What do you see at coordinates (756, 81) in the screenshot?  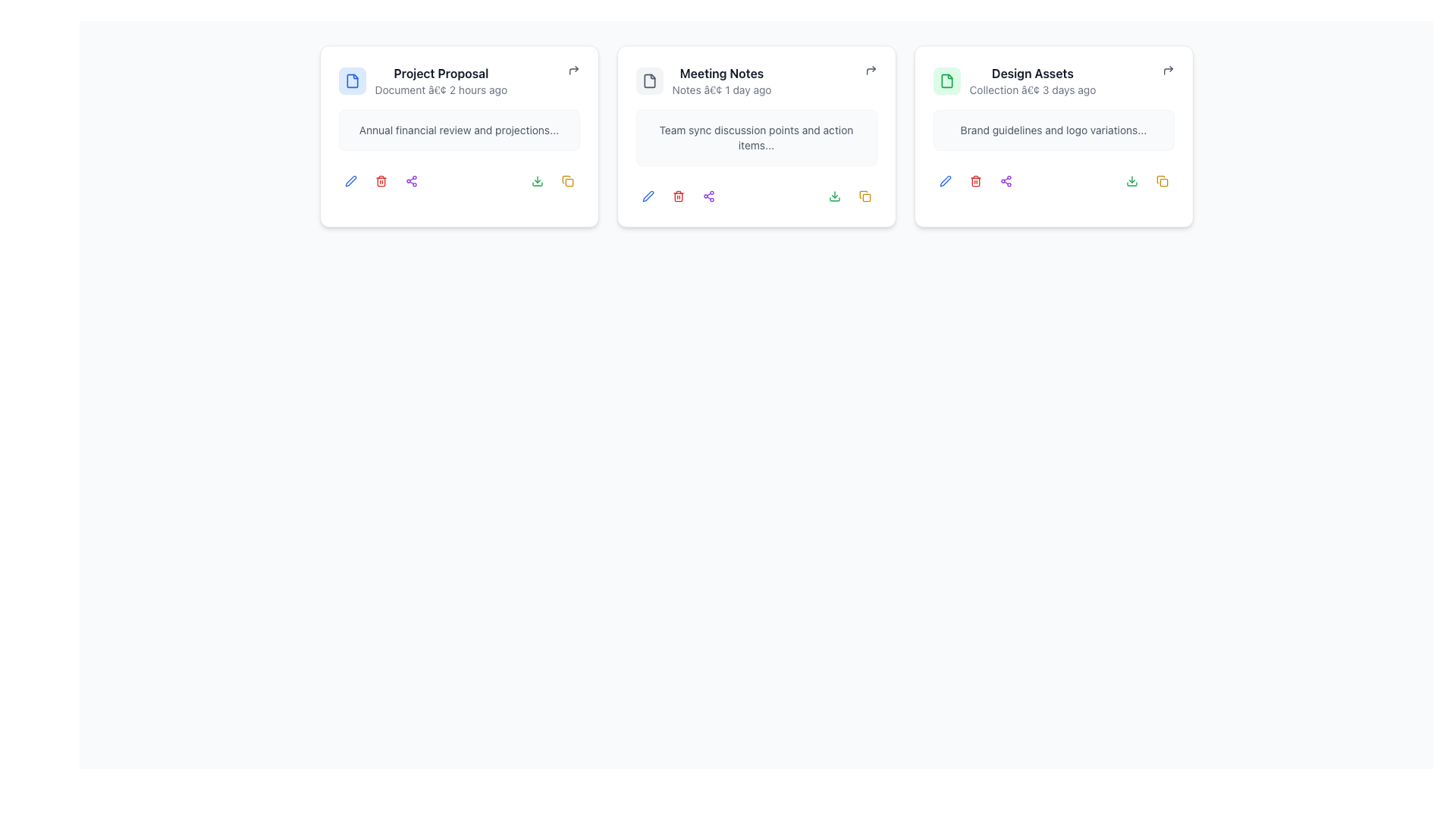 I see `the textual content display with accompanying icon` at bounding box center [756, 81].